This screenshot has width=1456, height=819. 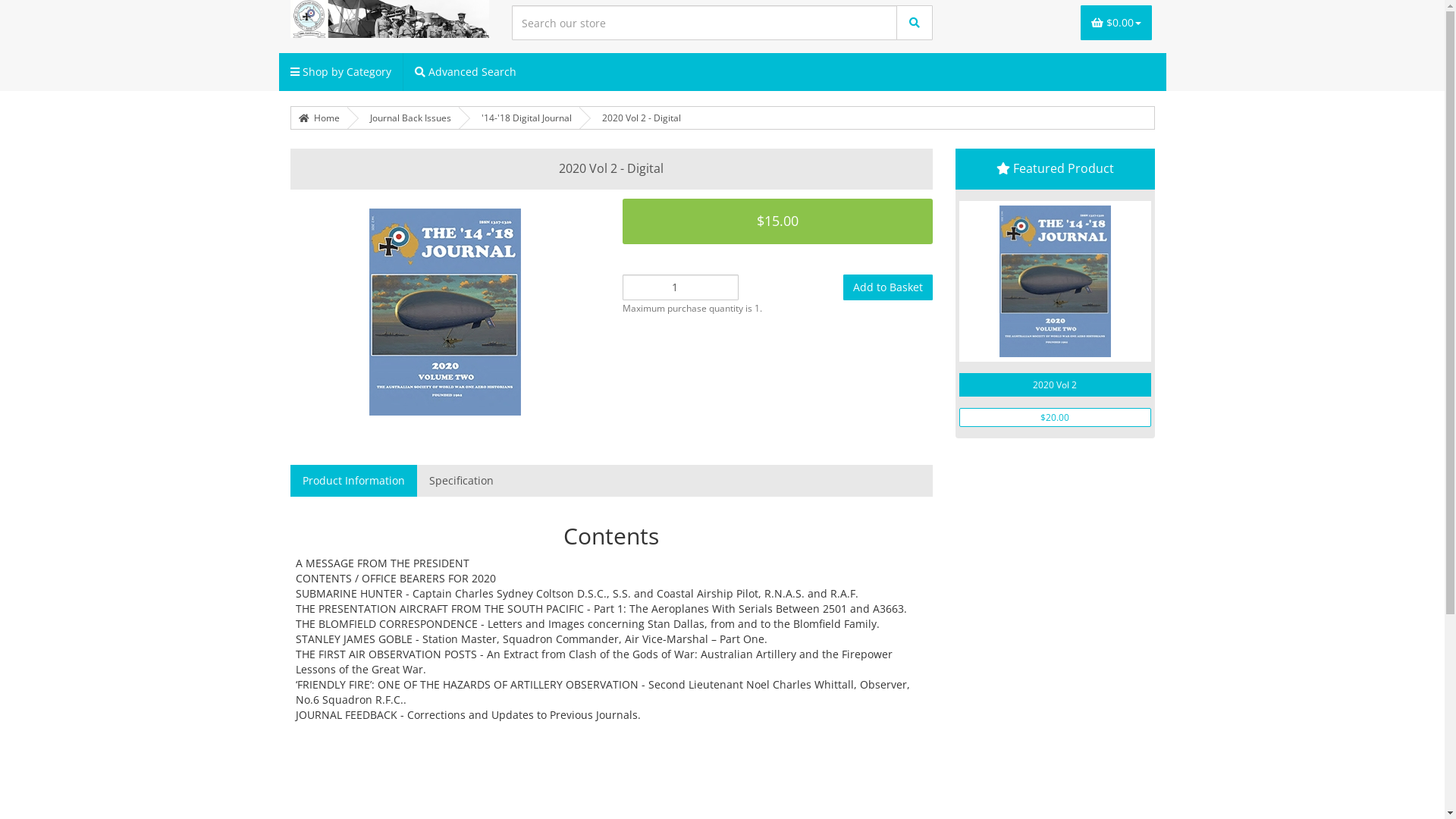 What do you see at coordinates (460, 480) in the screenshot?
I see `'Specification'` at bounding box center [460, 480].